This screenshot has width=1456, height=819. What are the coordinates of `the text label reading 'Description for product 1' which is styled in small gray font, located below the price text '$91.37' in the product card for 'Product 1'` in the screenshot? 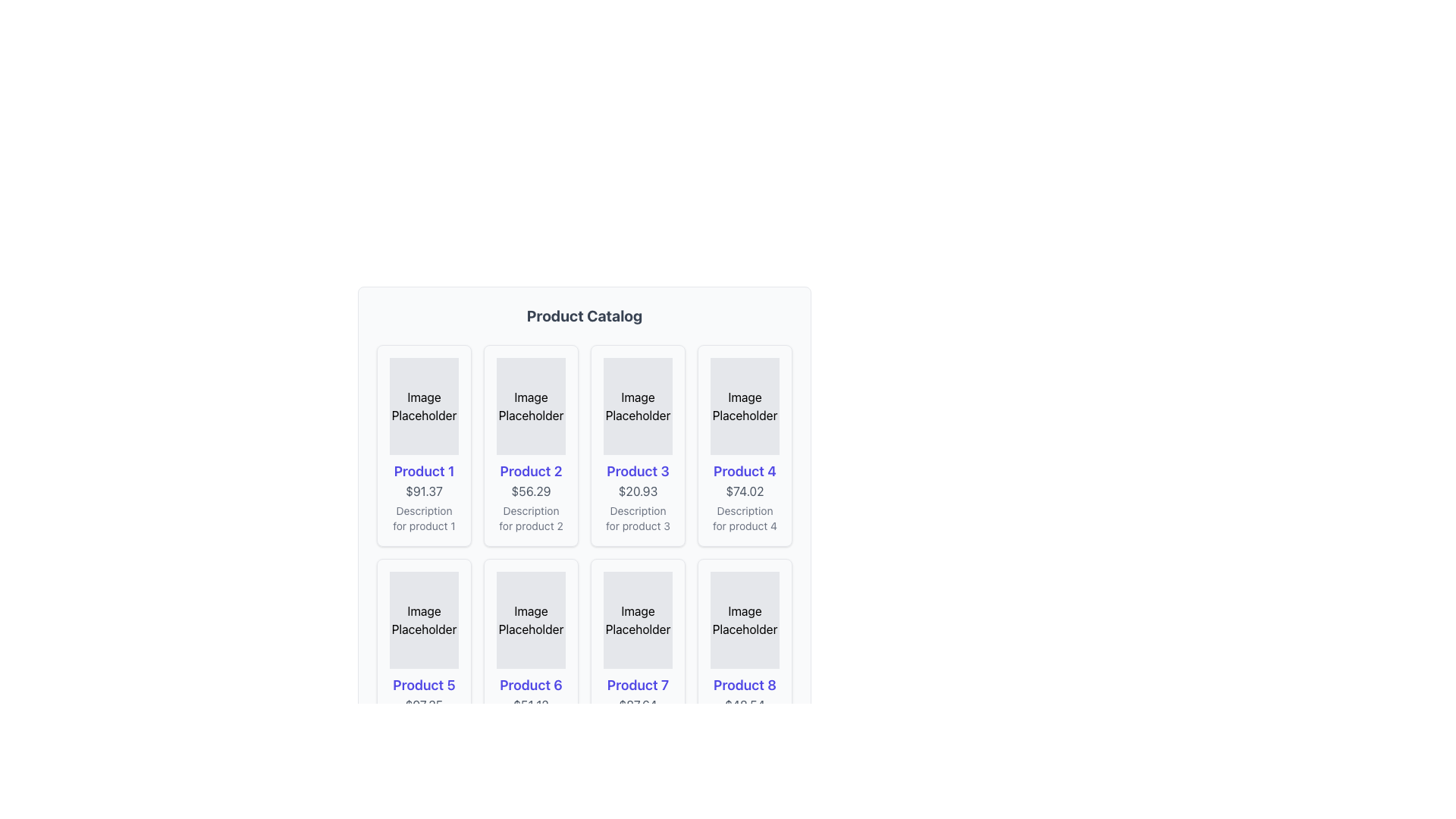 It's located at (424, 517).